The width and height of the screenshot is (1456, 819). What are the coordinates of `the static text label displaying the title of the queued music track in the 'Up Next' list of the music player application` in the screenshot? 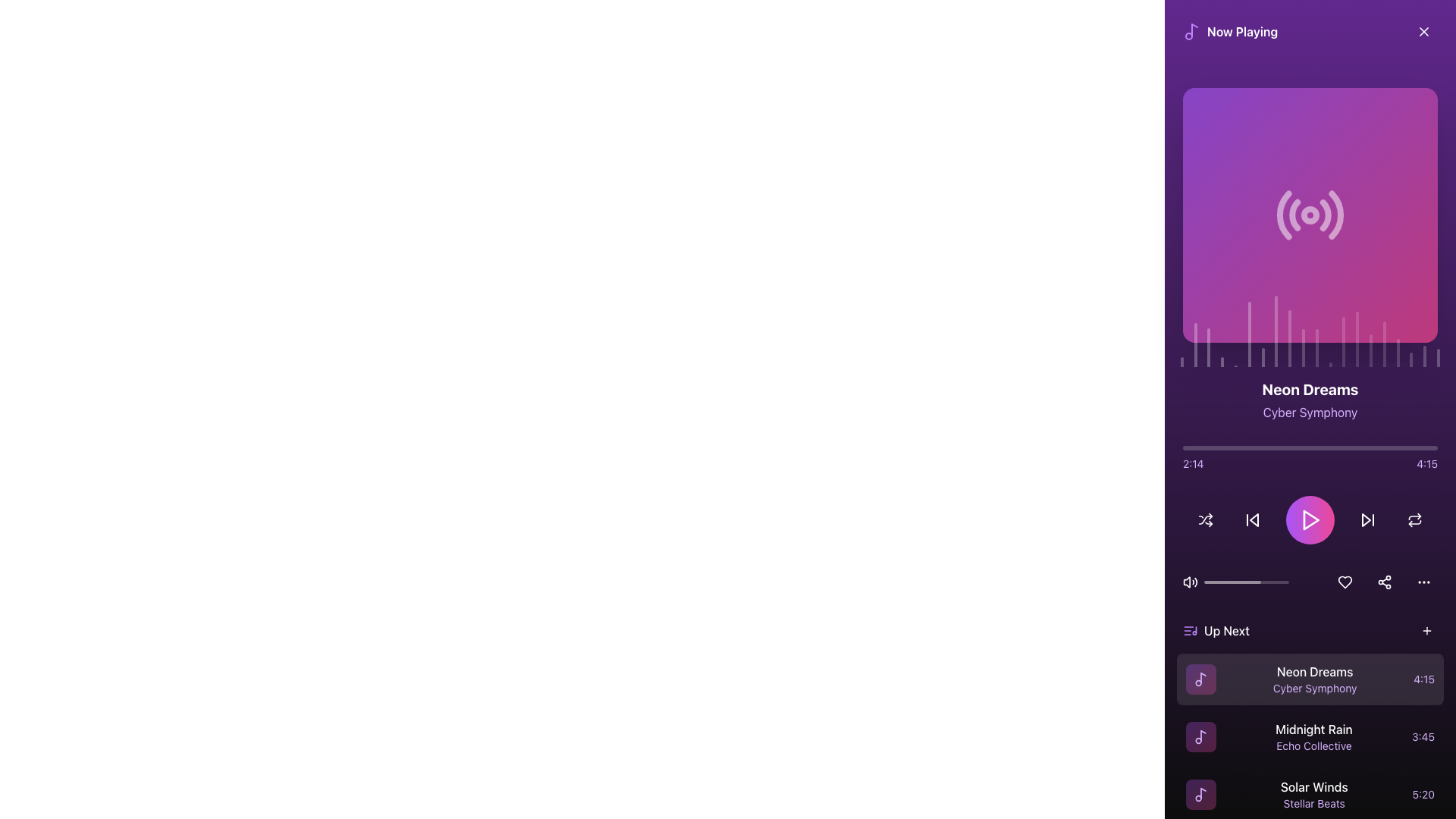 It's located at (1314, 671).